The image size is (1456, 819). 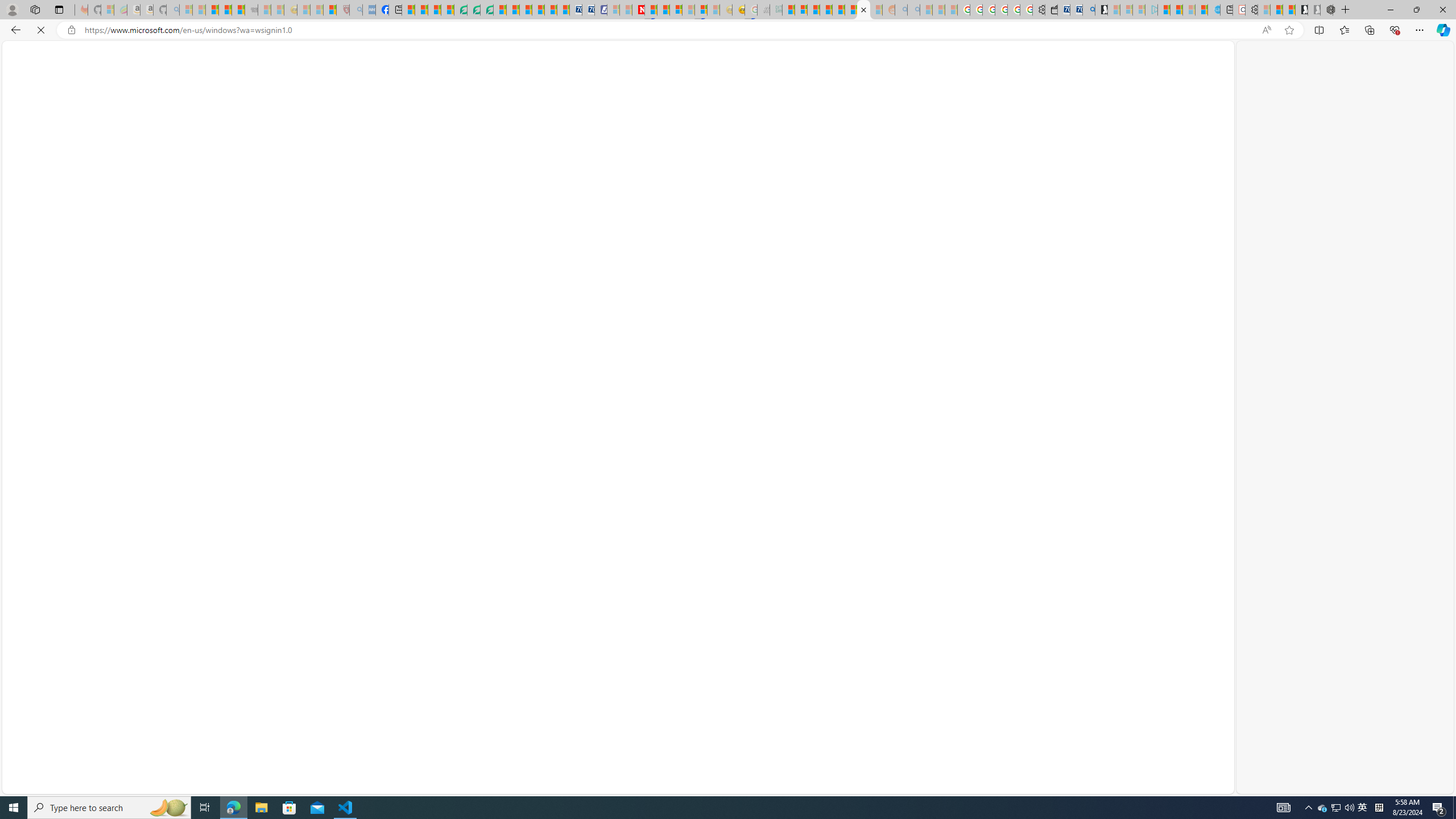 What do you see at coordinates (1087, 9) in the screenshot?
I see `'Bing Real Estate - Home sales and rental listings'` at bounding box center [1087, 9].